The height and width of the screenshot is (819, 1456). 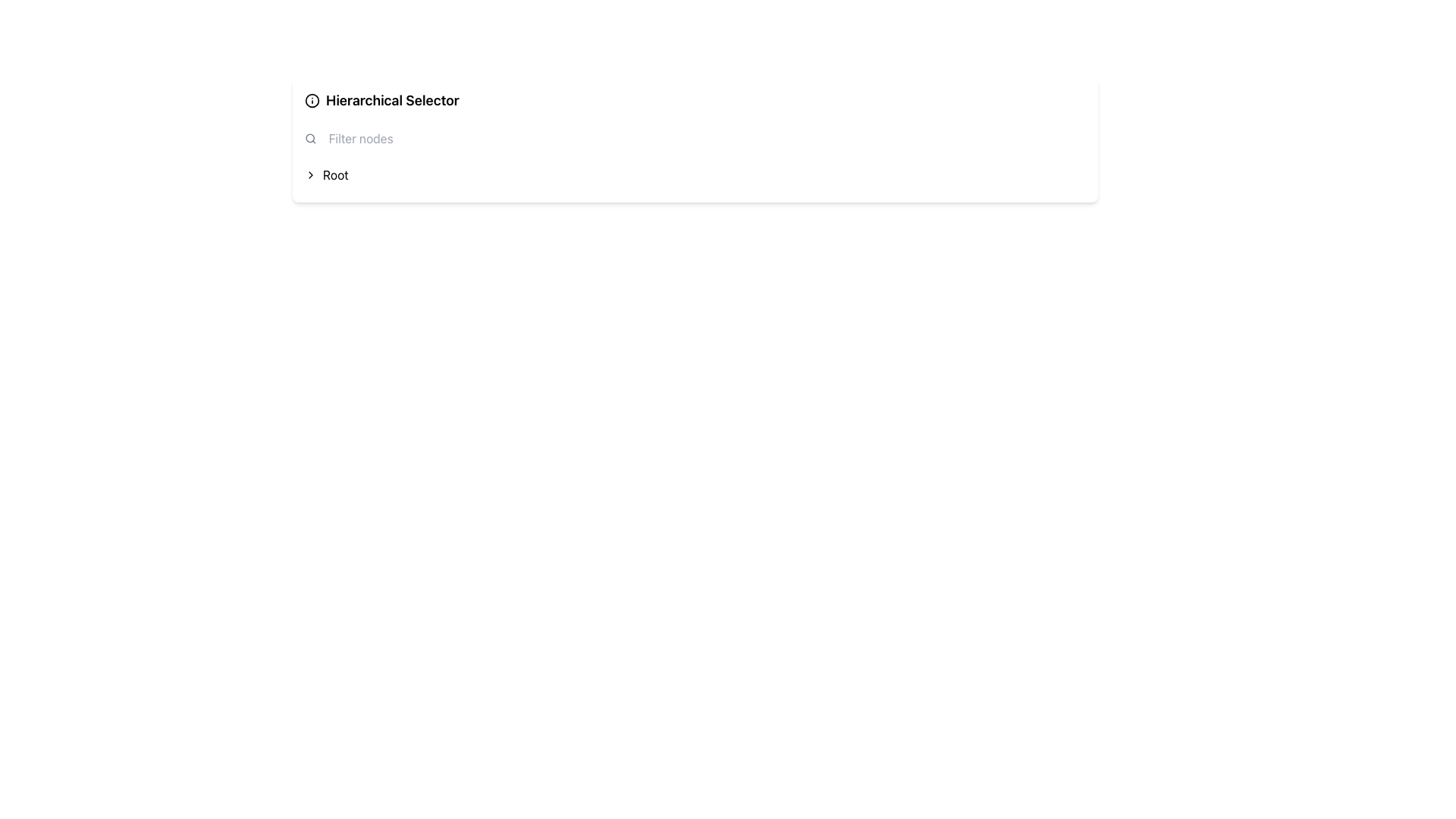 I want to click on the informational icon located immediately to the left of the 'Hierarchical Selector' text at the top of its section, so click(x=312, y=100).